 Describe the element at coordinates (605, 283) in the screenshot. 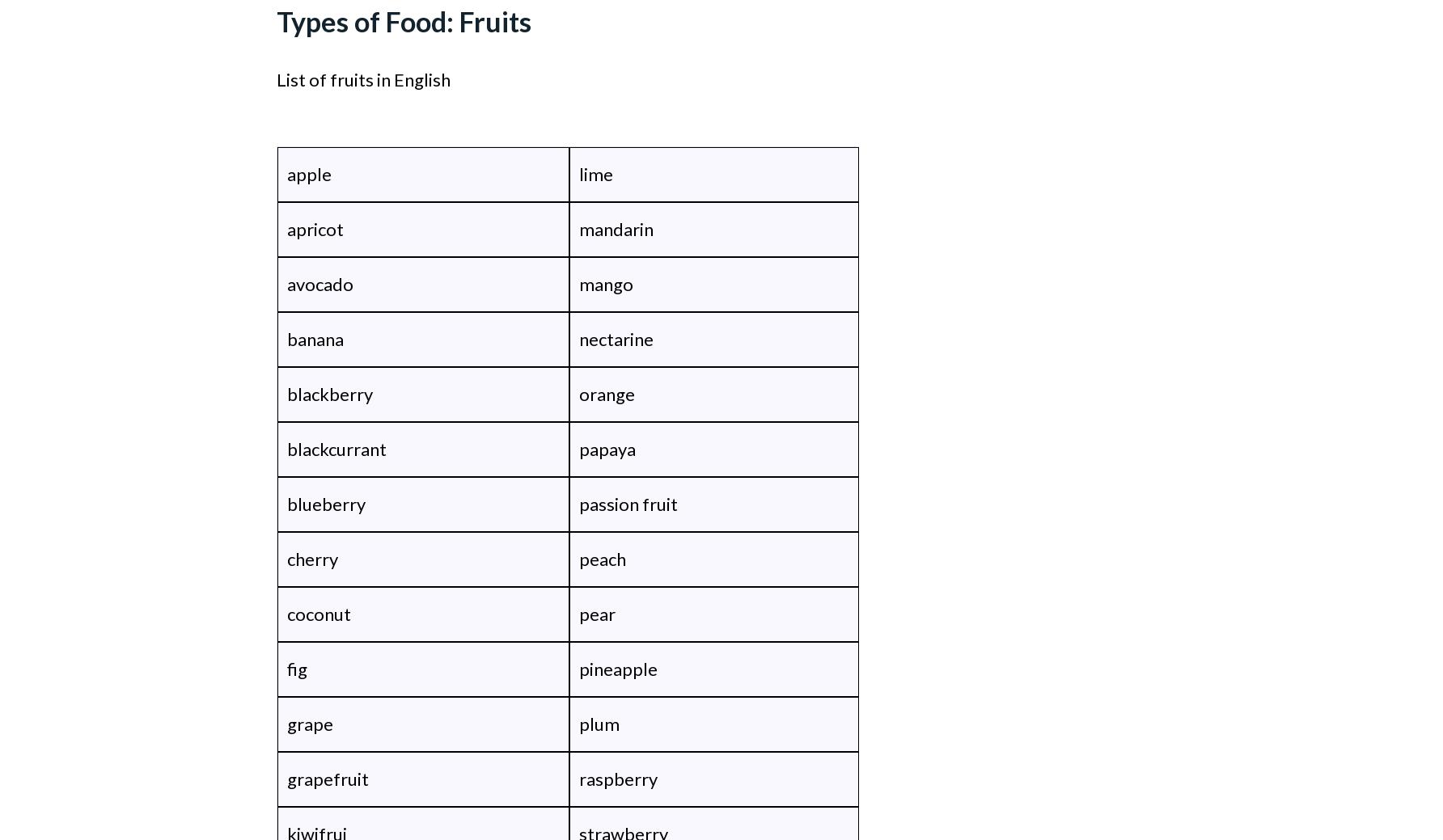

I see `'mango'` at that location.